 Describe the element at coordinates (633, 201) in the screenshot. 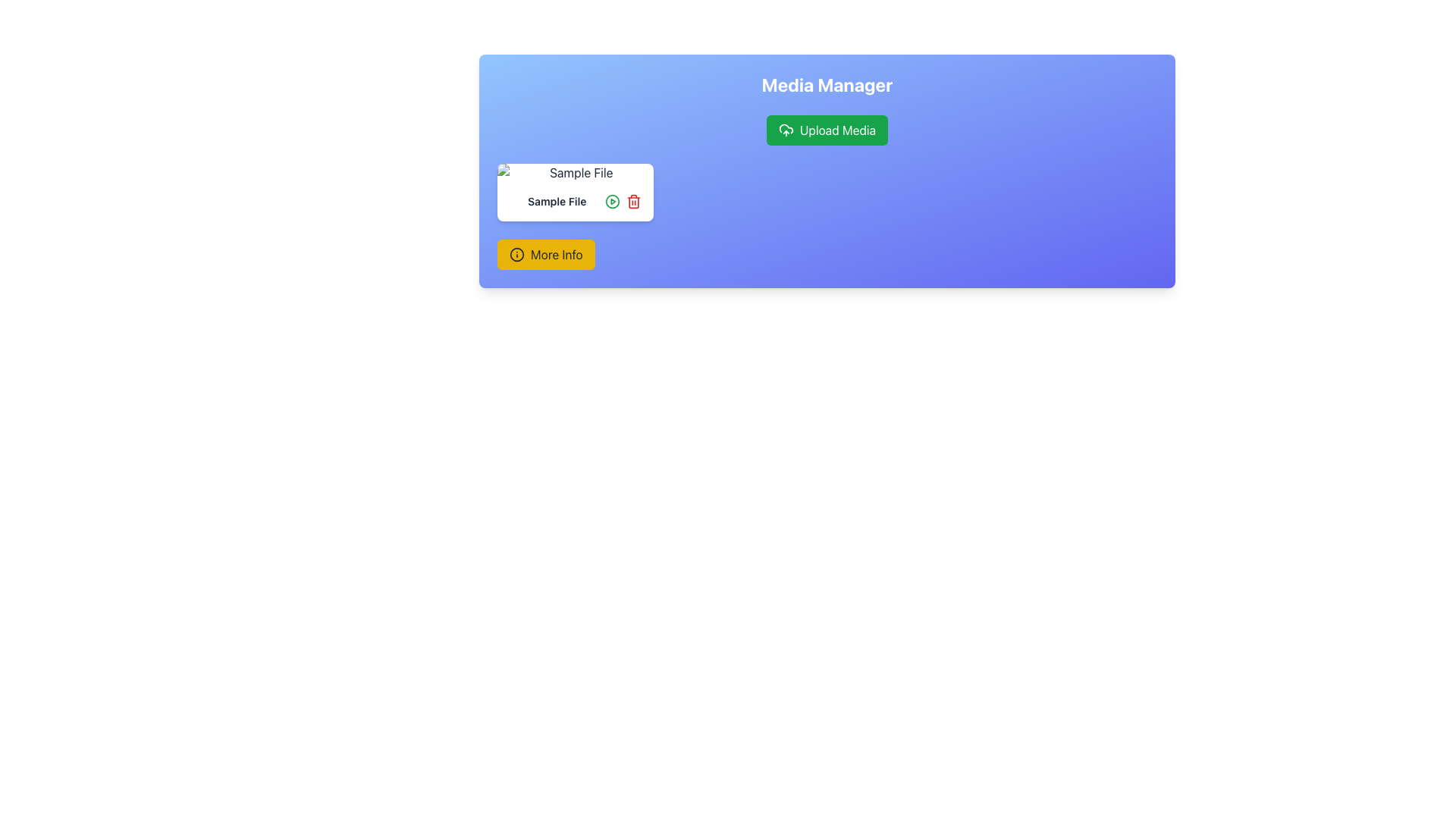

I see `the delete action button icon located at the bottom left quadrant of the interface to observe the scaling effect` at that location.